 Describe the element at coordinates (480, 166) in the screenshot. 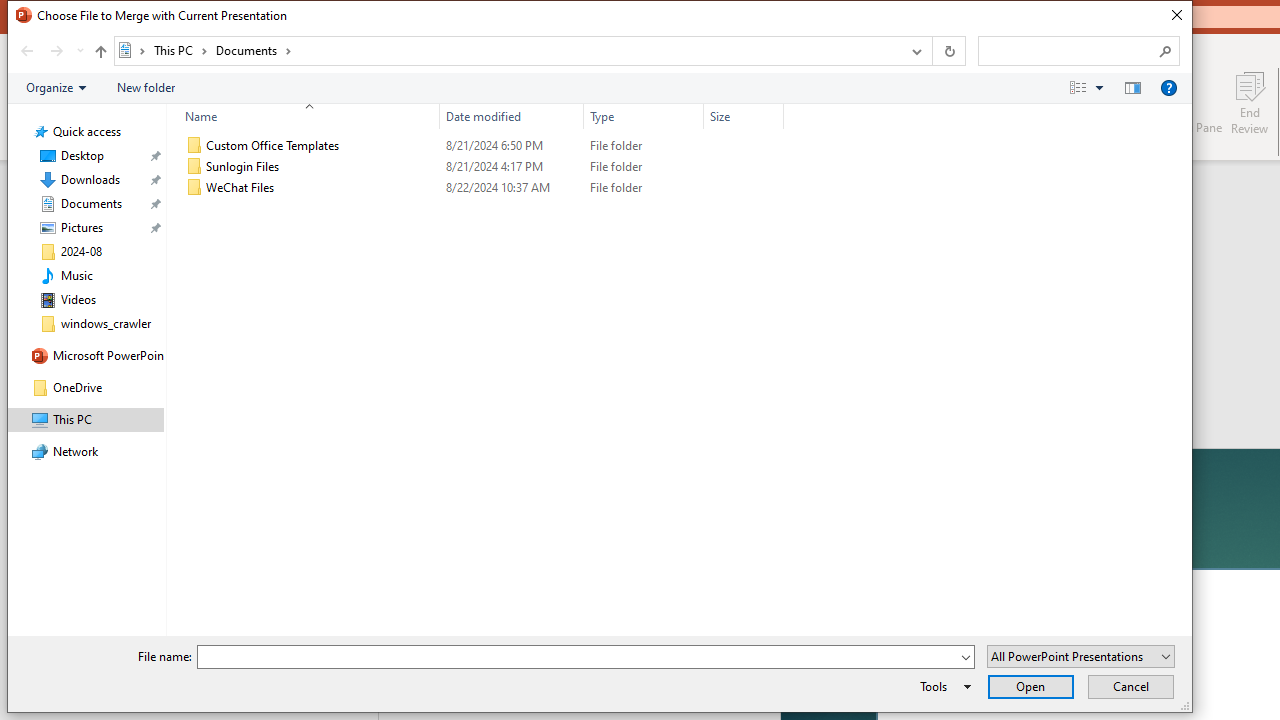

I see `'Sunlogin Files'` at that location.